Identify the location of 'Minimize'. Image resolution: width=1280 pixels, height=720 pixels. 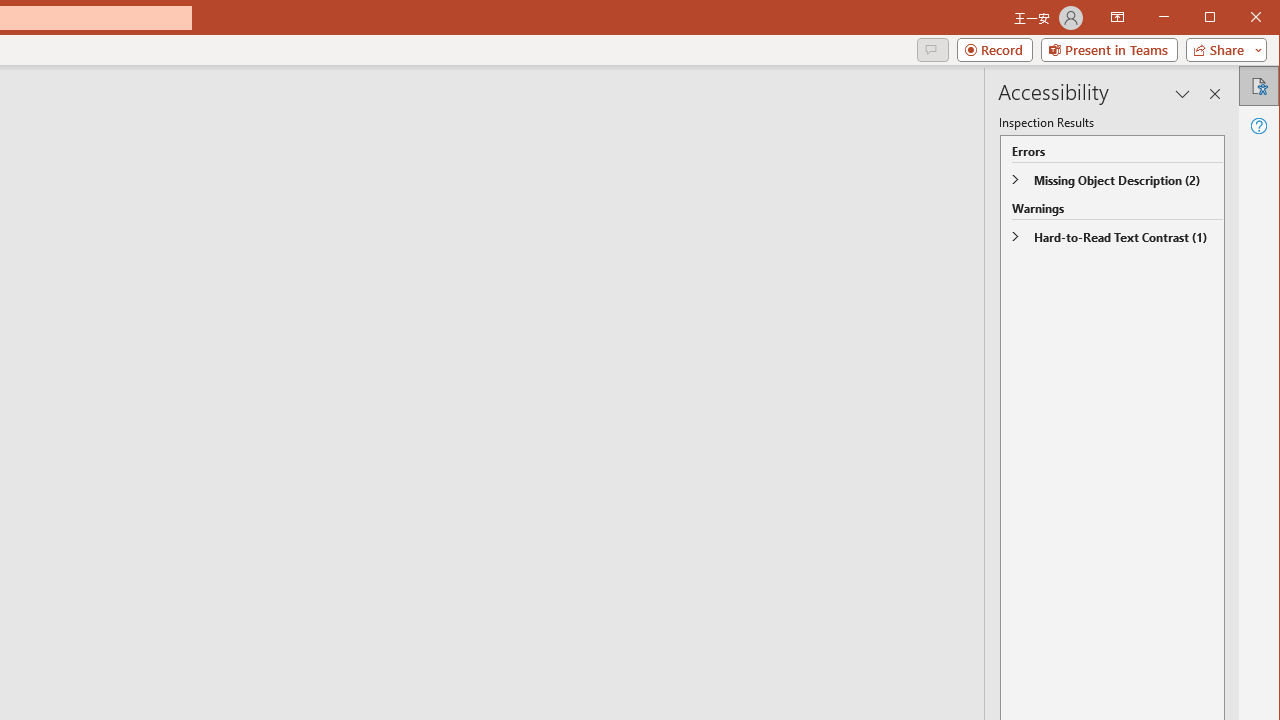
(1215, 19).